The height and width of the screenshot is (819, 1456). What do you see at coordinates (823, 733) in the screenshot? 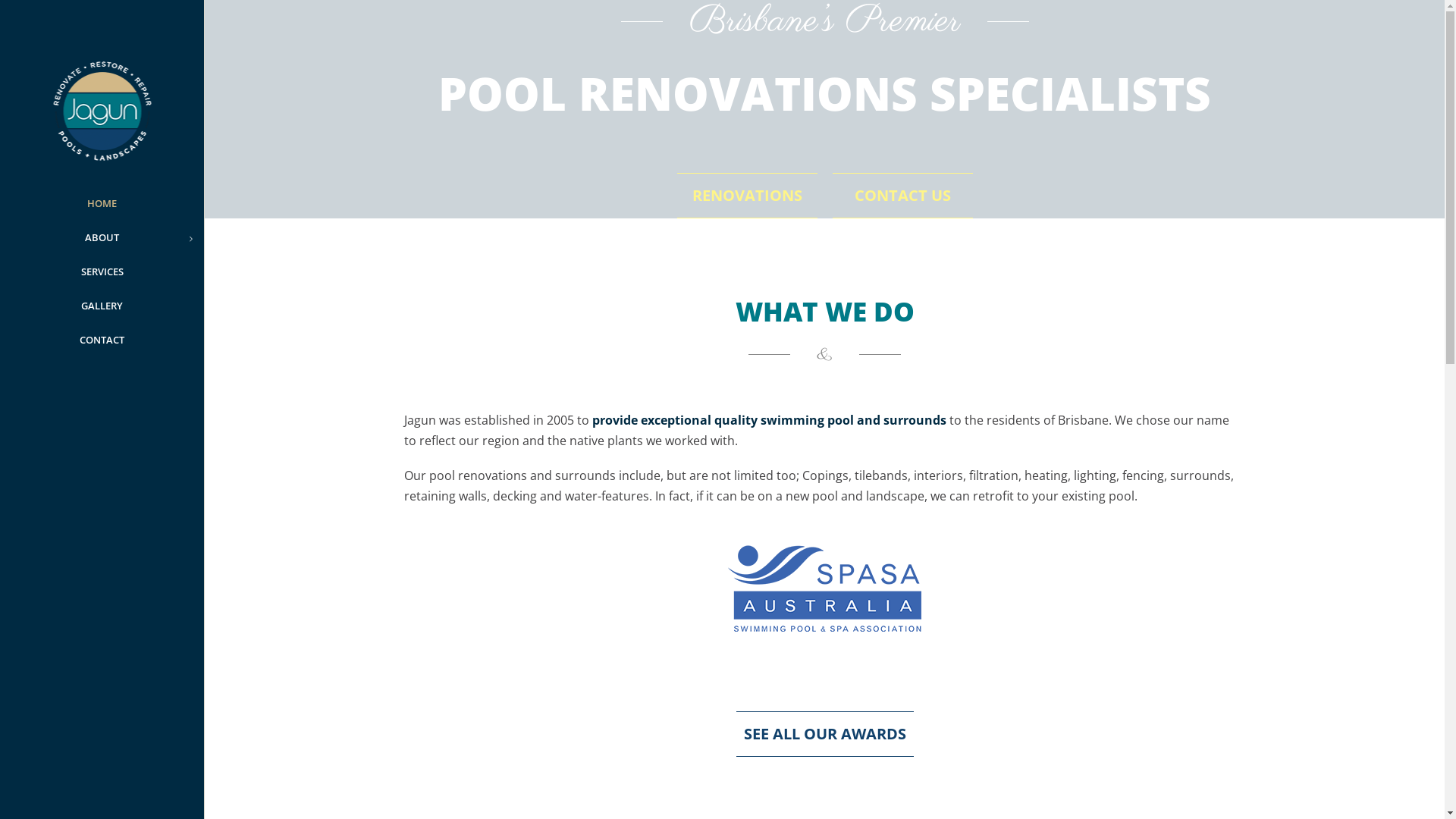
I see `'SEE ALL OUR AWARDS'` at bounding box center [823, 733].